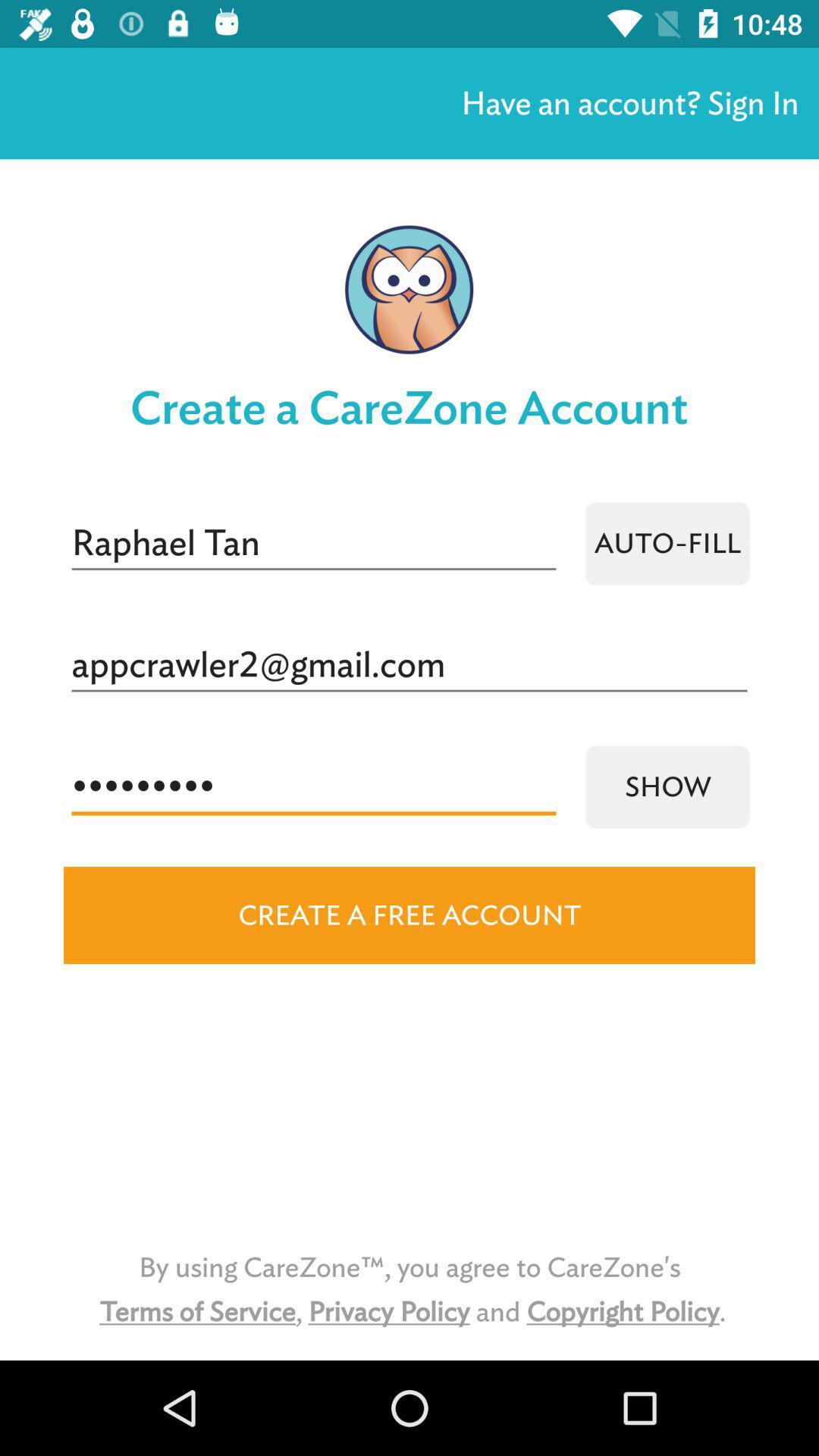 The image size is (819, 1456). I want to click on item next to the auto-fill, so click(312, 543).